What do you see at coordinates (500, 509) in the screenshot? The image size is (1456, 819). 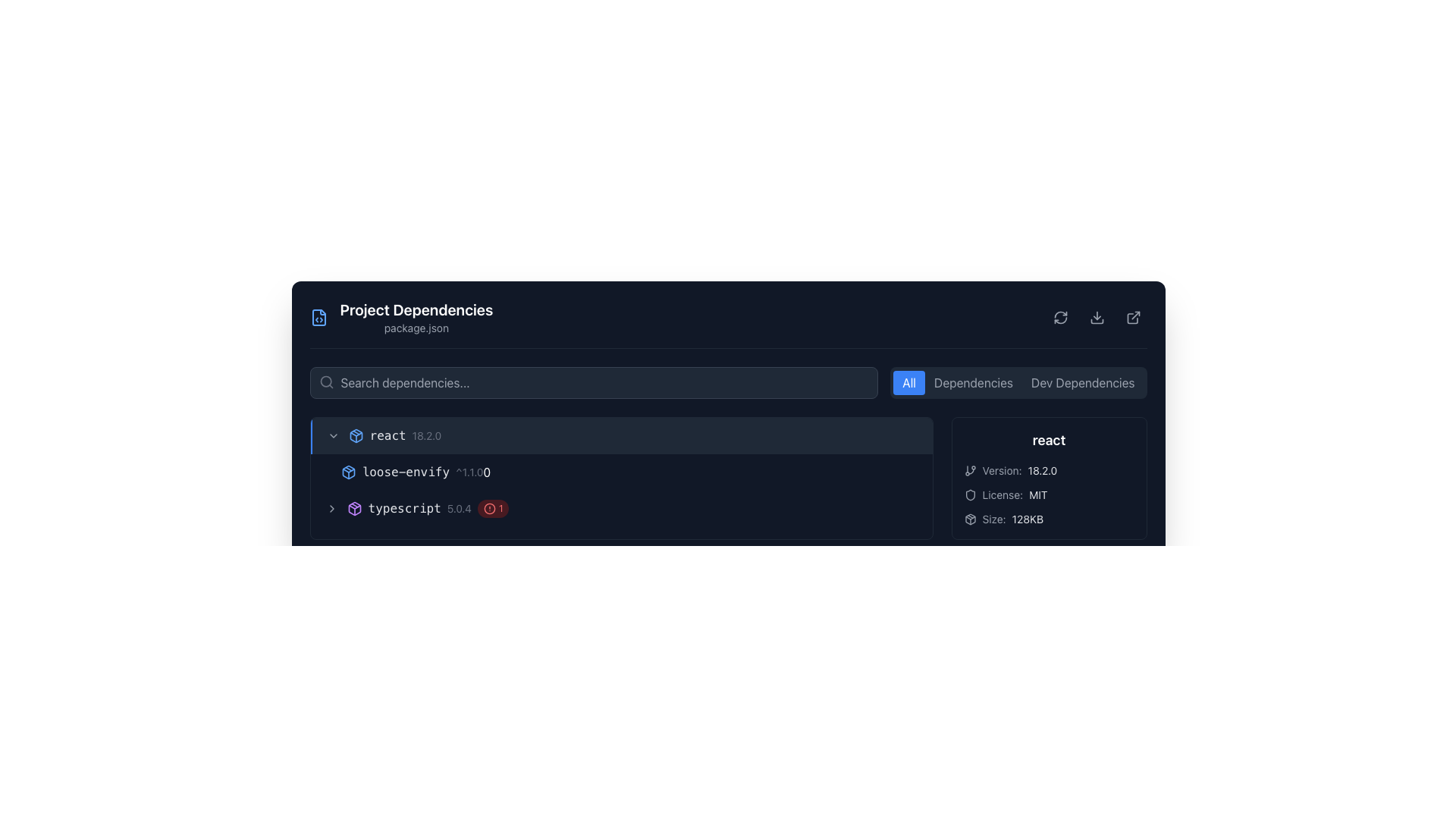 I see `the text element indicating the count or numeric status associated with the 'typescript' dependency, located within a rounded badge next to a warning icon` at bounding box center [500, 509].